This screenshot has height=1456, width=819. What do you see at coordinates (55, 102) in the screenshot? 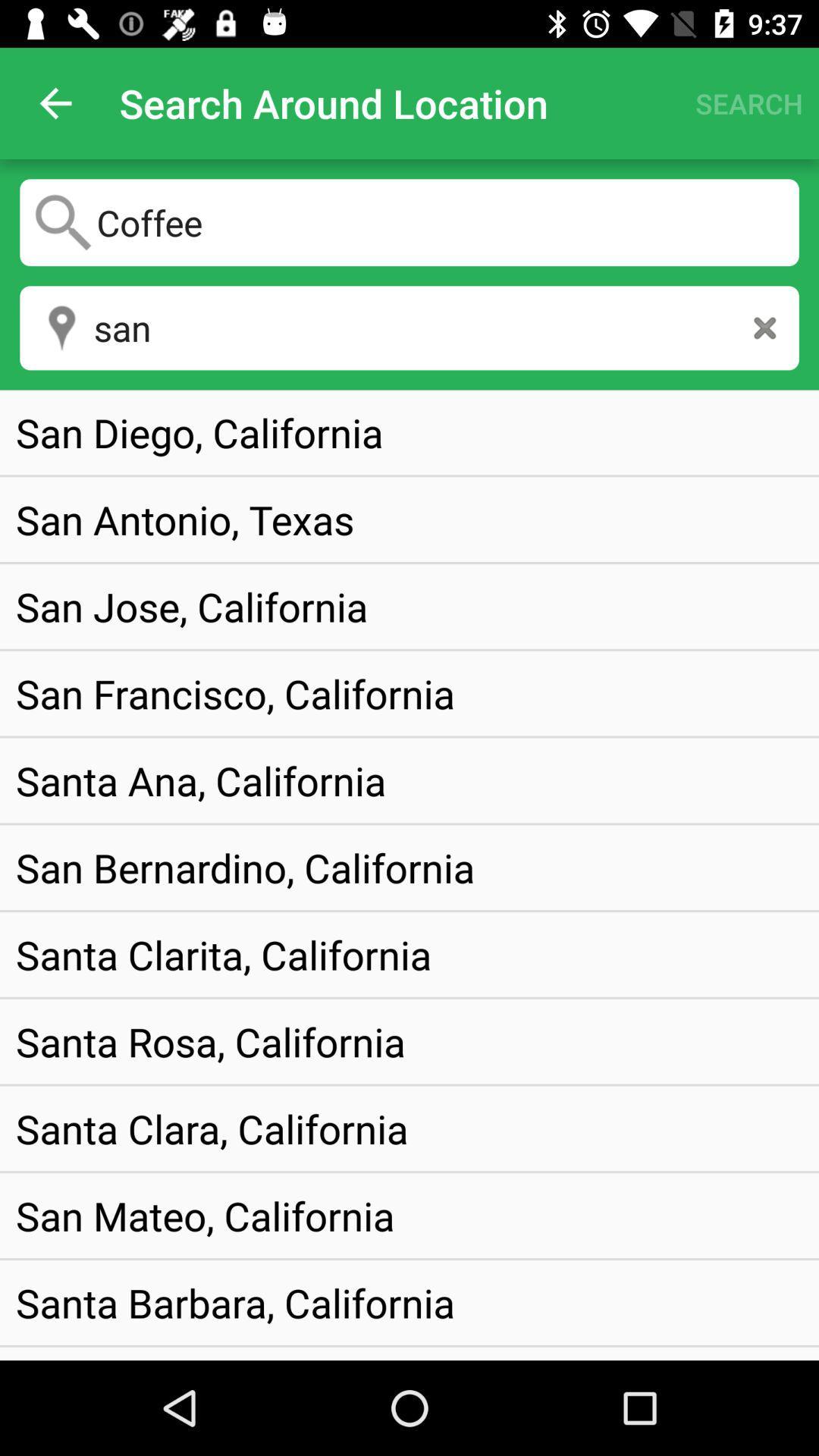
I see `the icon next to search around location` at bounding box center [55, 102].